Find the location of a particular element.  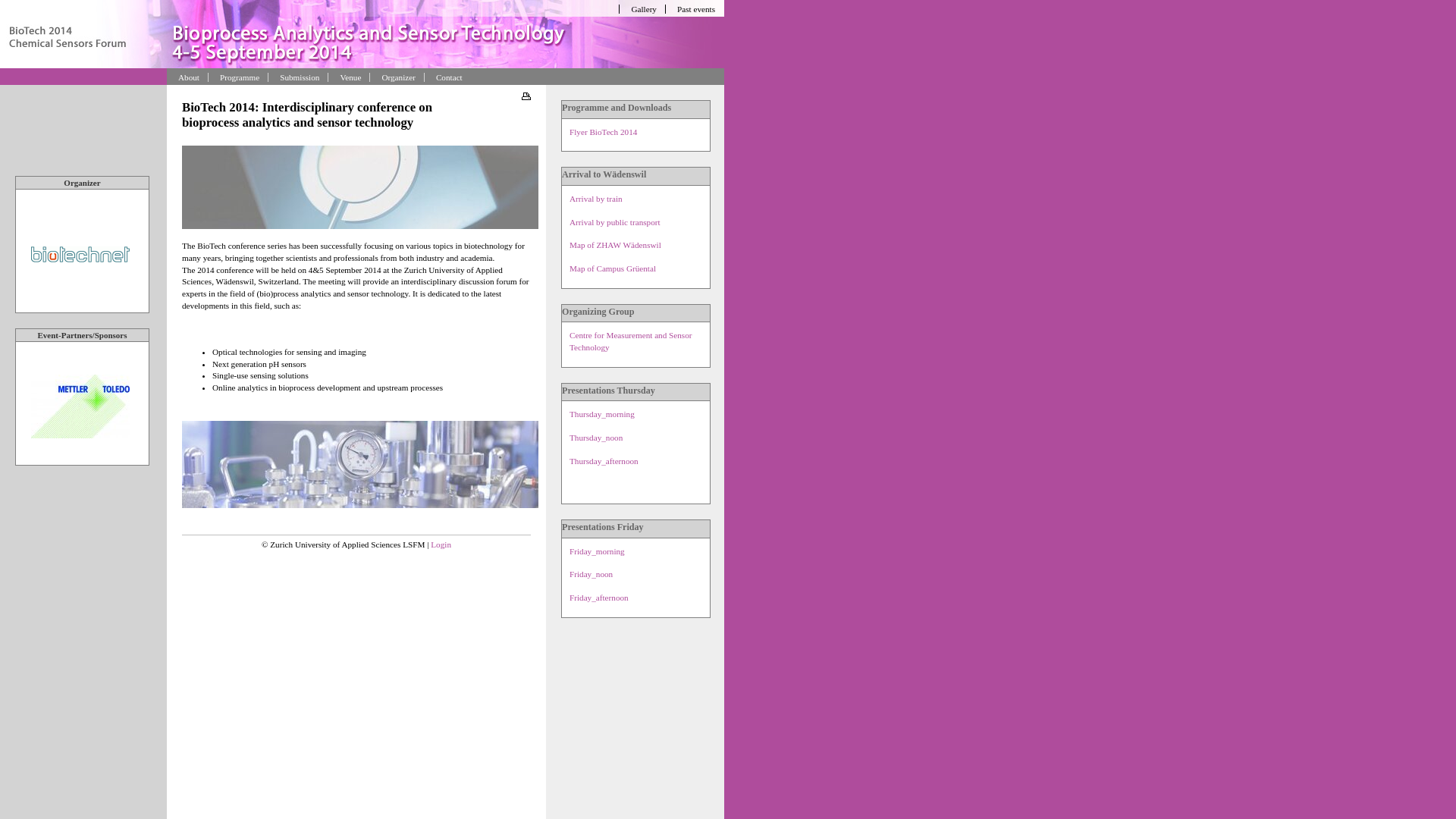

'Thursday_noon' is located at coordinates (595, 438).